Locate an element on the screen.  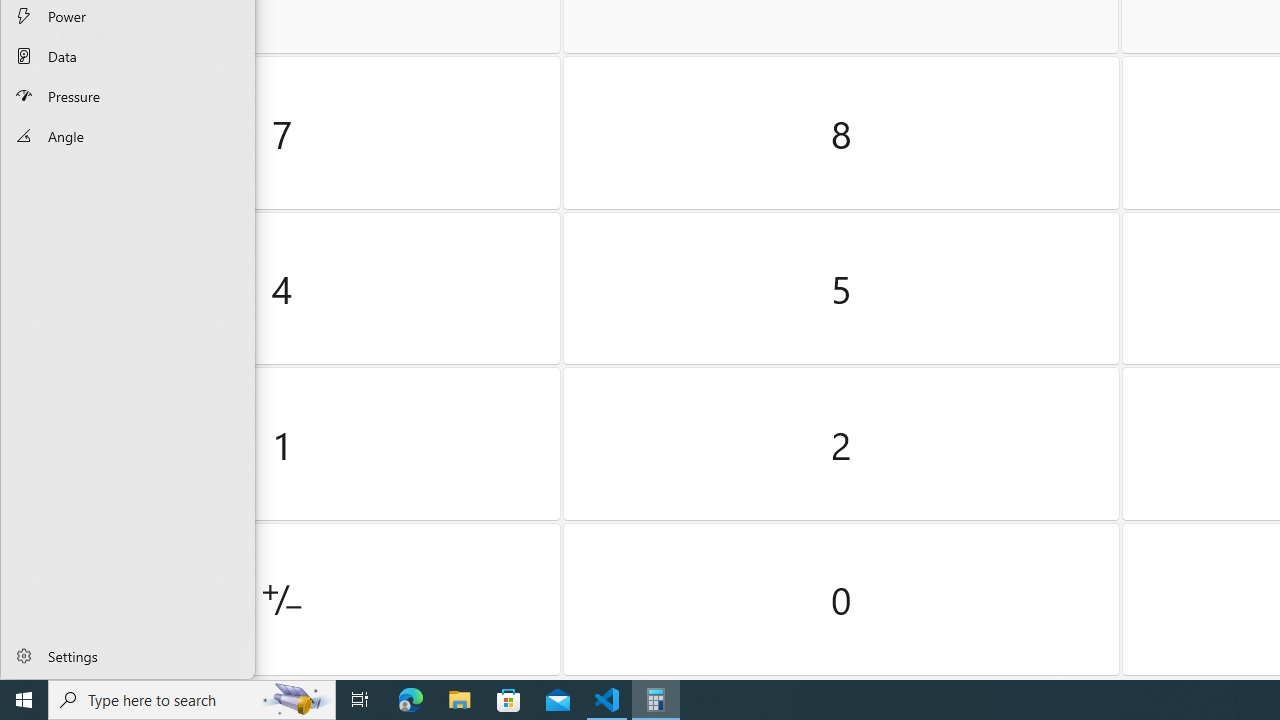
'Zero' is located at coordinates (841, 598).